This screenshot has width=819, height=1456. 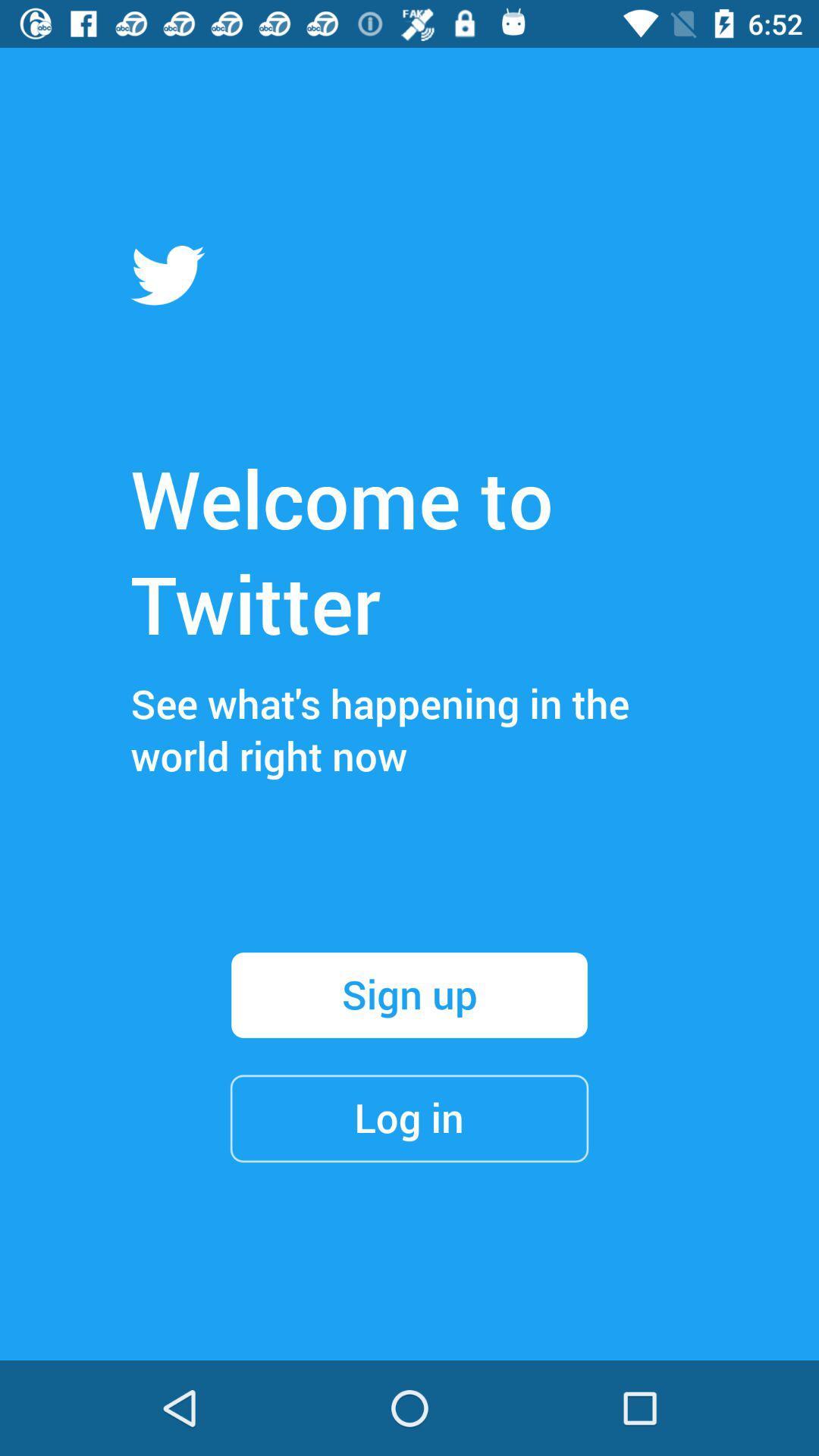 I want to click on the icon above the log in item, so click(x=409, y=995).